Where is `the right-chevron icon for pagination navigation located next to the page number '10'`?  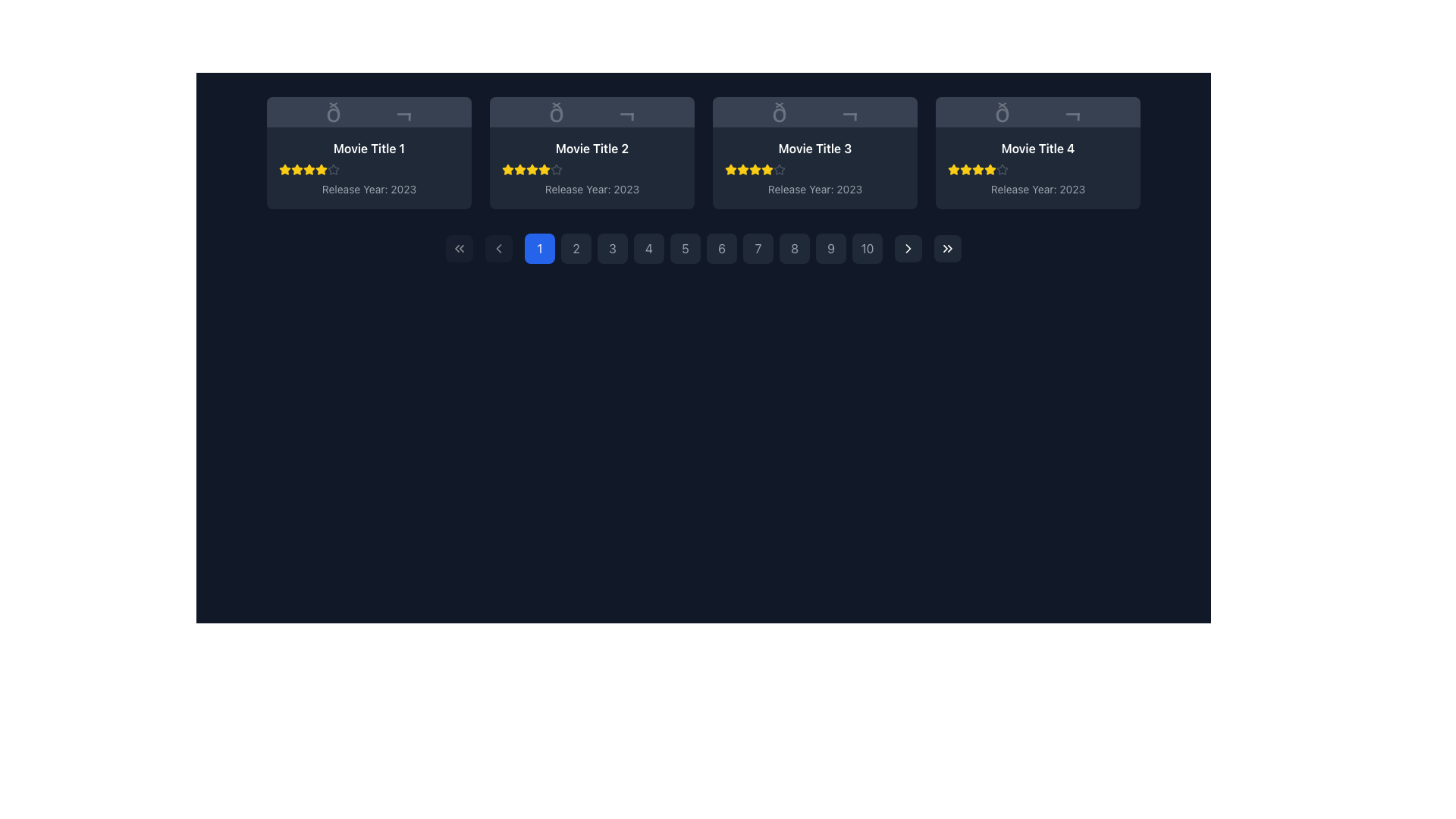
the right-chevron icon for pagination navigation located next to the page number '10' is located at coordinates (908, 247).